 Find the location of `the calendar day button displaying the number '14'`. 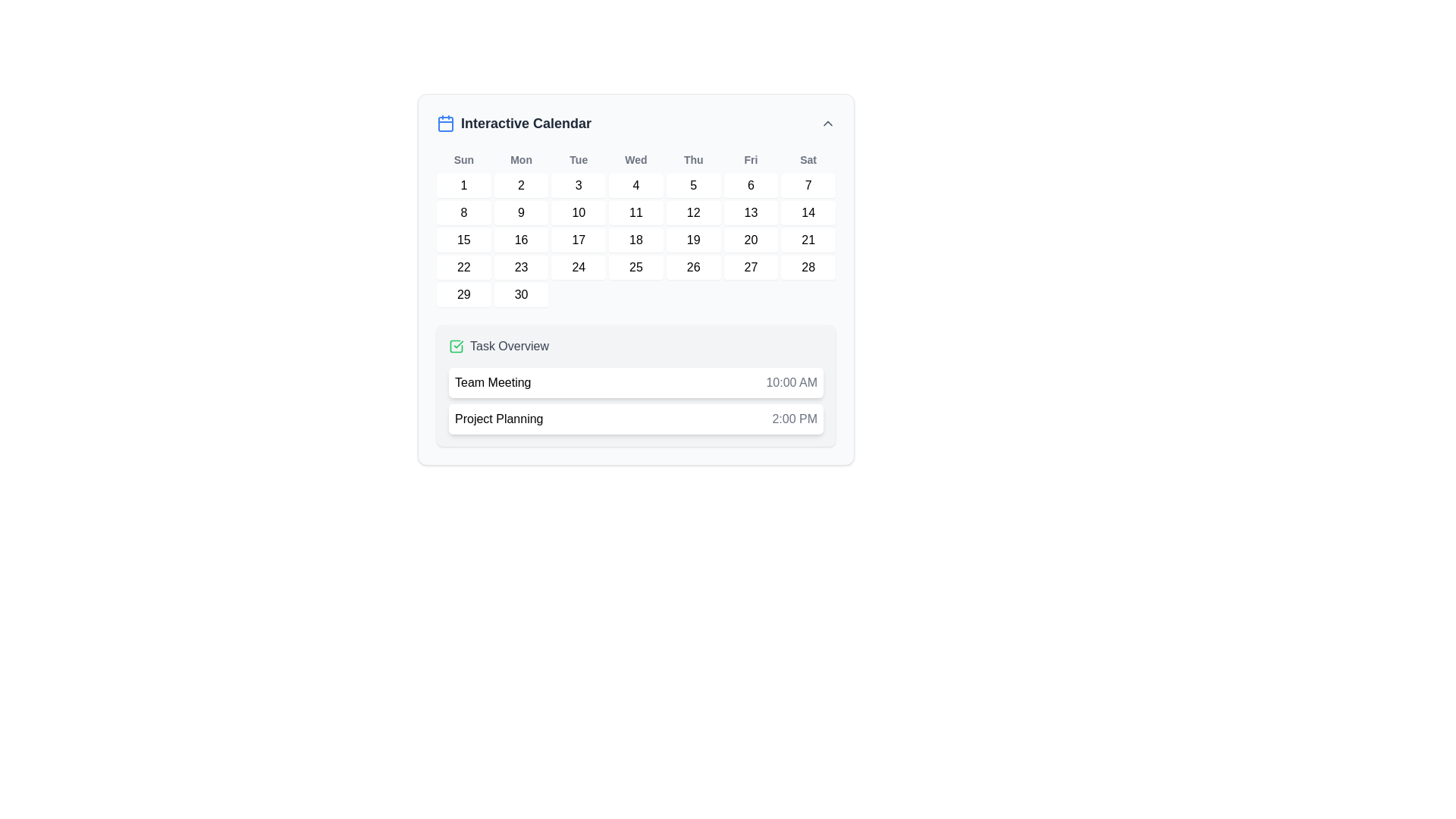

the calendar day button displaying the number '14' is located at coordinates (808, 213).